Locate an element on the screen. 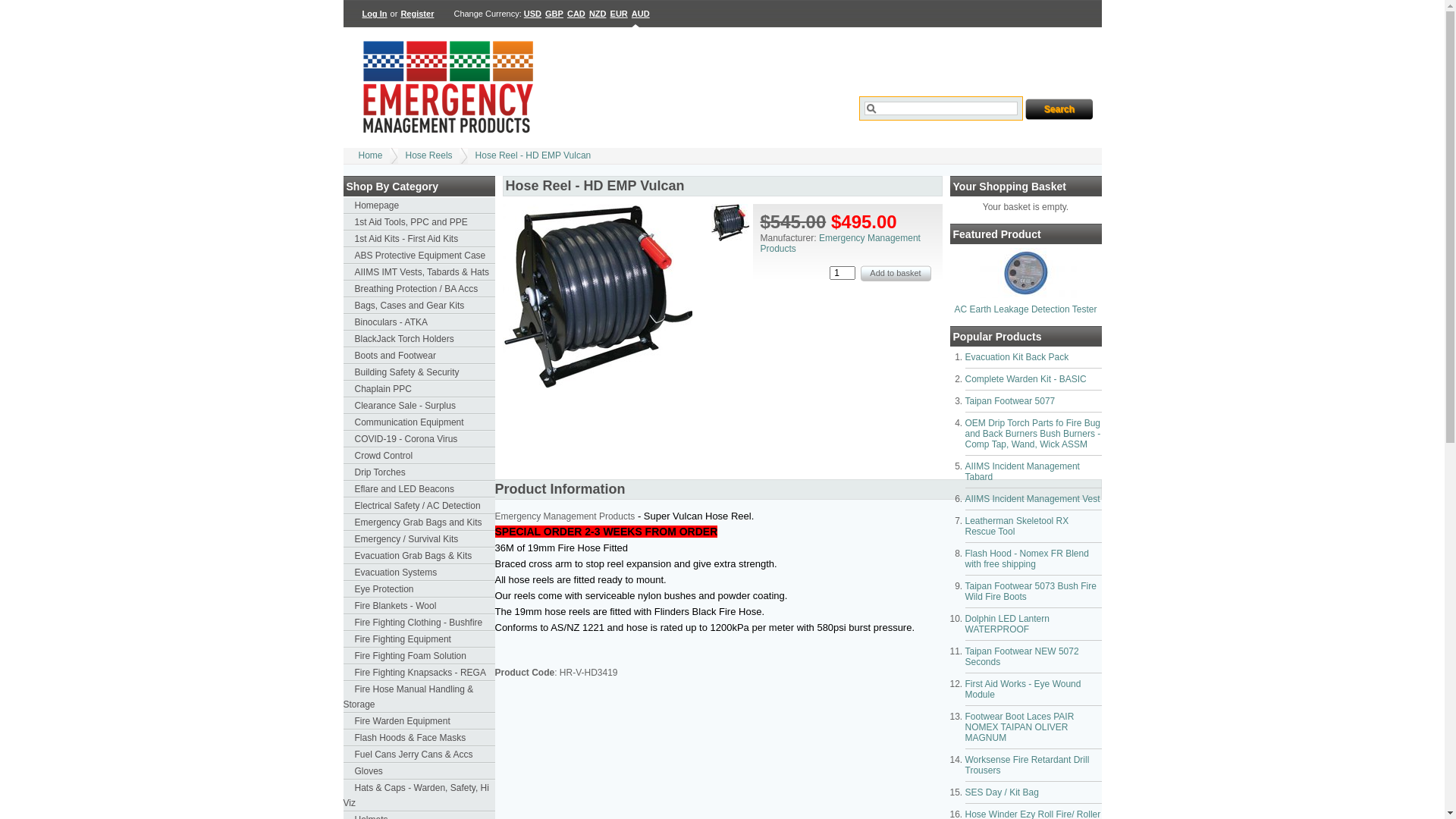 The height and width of the screenshot is (819, 1456). 'Evacuation Systems' is located at coordinates (419, 573).